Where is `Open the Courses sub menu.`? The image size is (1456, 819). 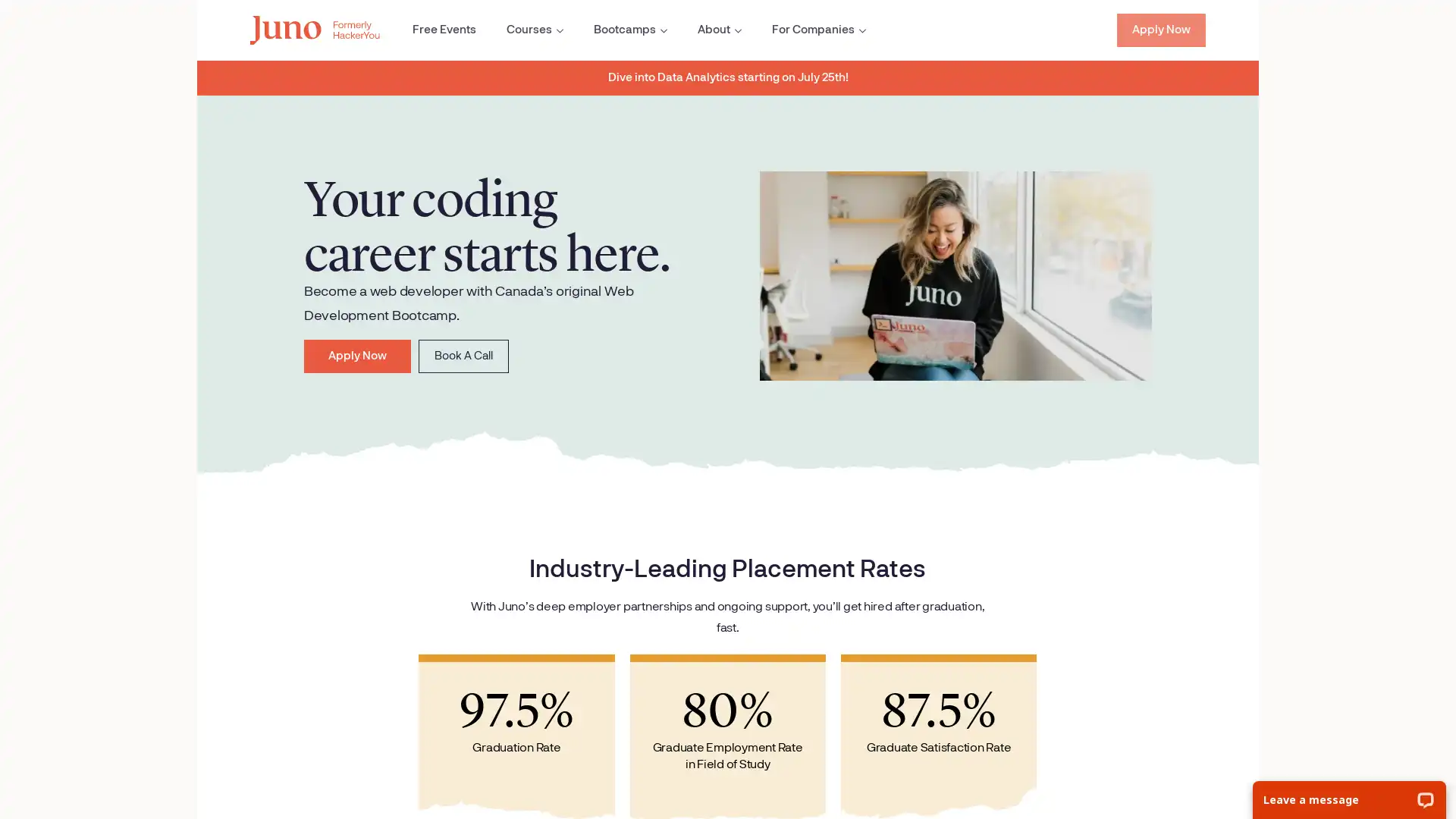
Open the Courses sub menu. is located at coordinates (521, 30).